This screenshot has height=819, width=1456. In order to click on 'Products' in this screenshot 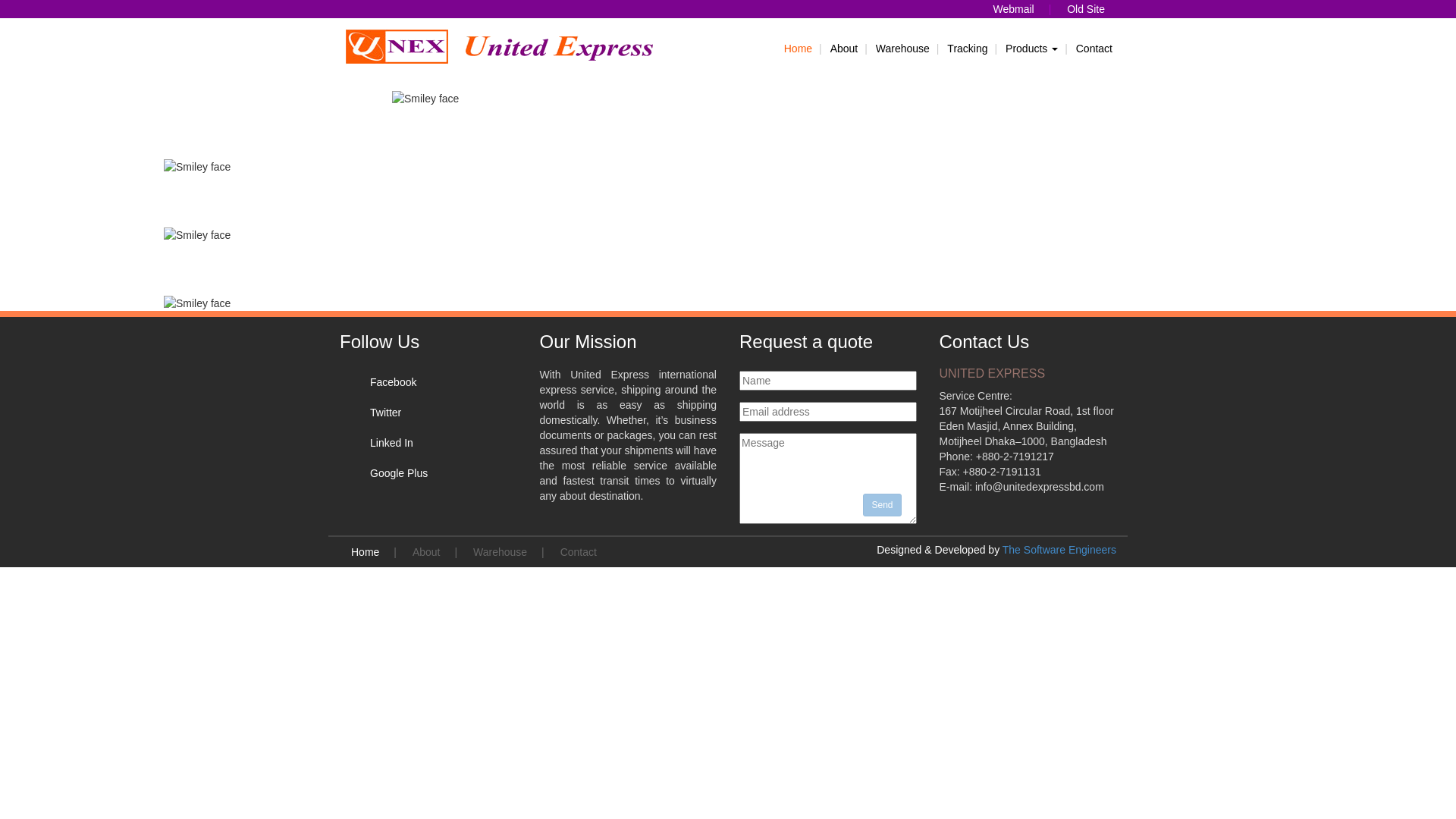, I will do `click(1031, 48)`.